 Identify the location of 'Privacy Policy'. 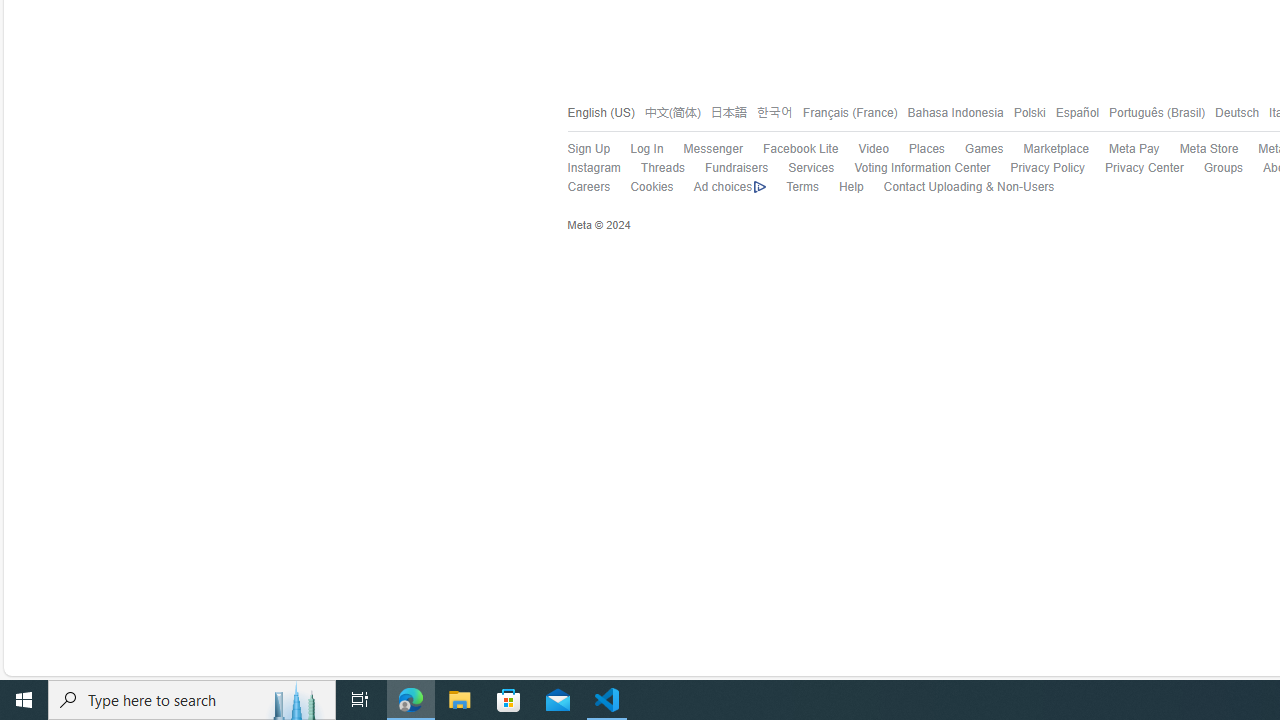
(1046, 167).